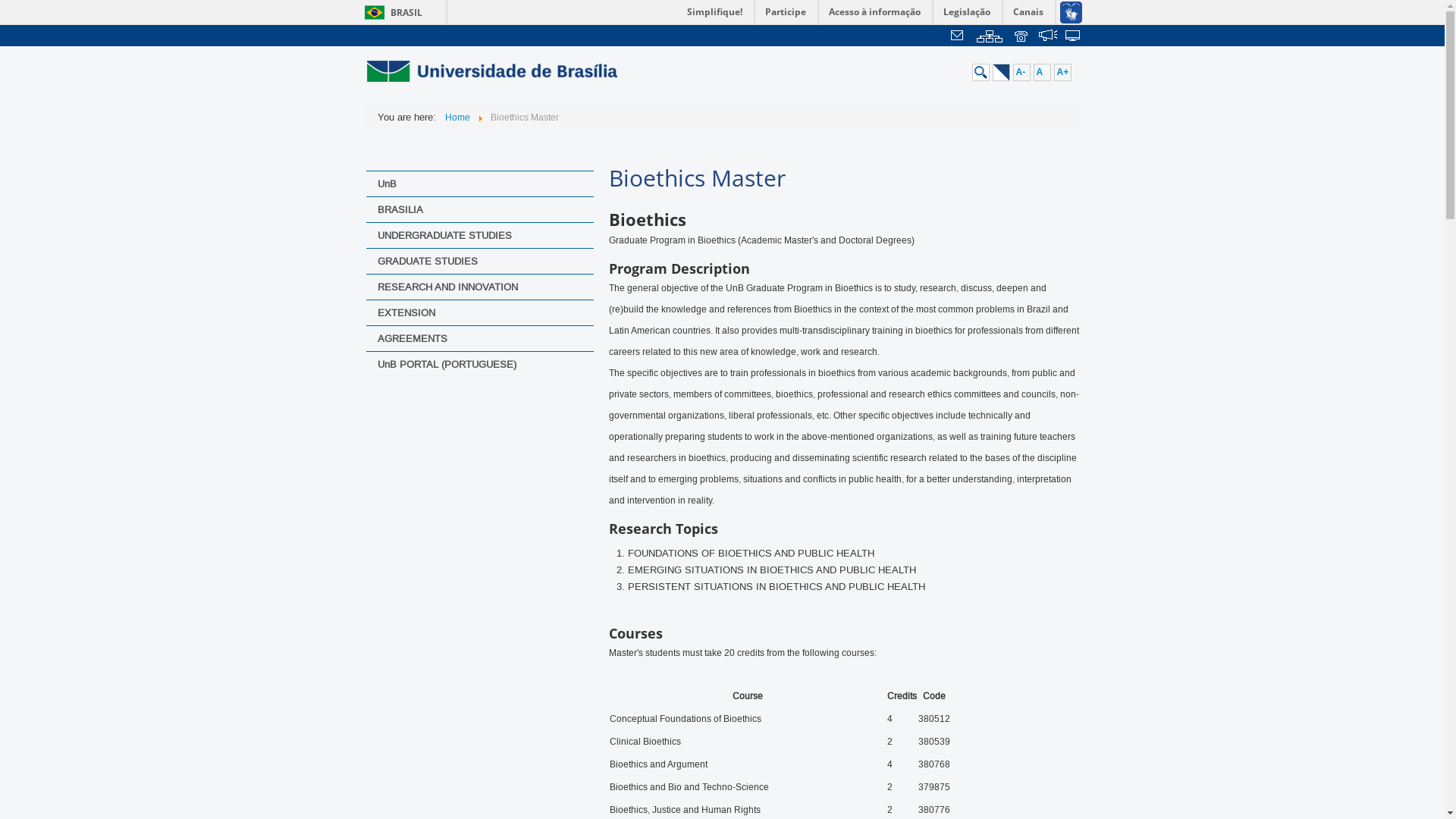 This screenshot has width=1456, height=819. What do you see at coordinates (390, 12) in the screenshot?
I see `'BRASIL'` at bounding box center [390, 12].